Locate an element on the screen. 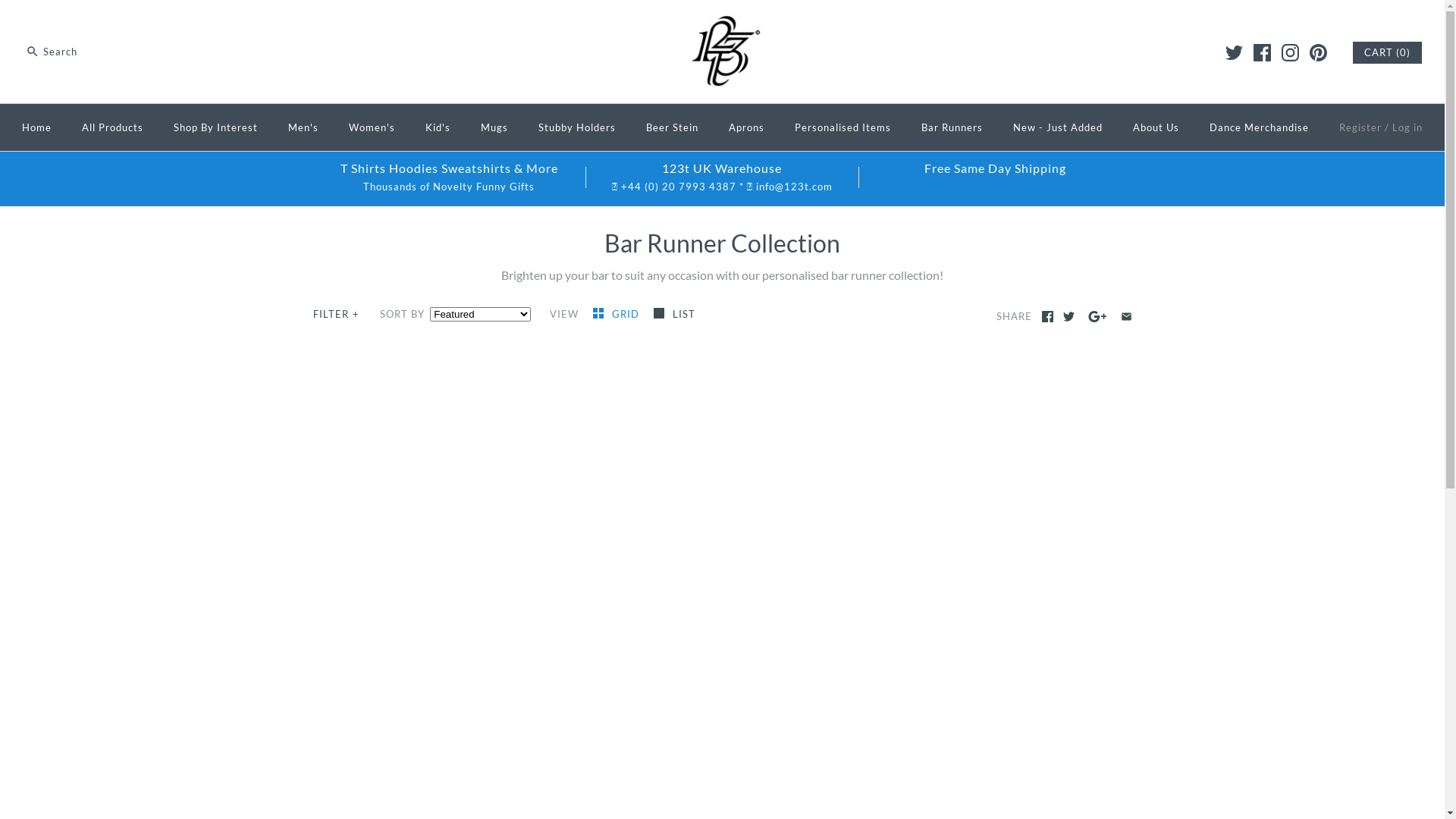  'Kid's' is located at coordinates (437, 127).